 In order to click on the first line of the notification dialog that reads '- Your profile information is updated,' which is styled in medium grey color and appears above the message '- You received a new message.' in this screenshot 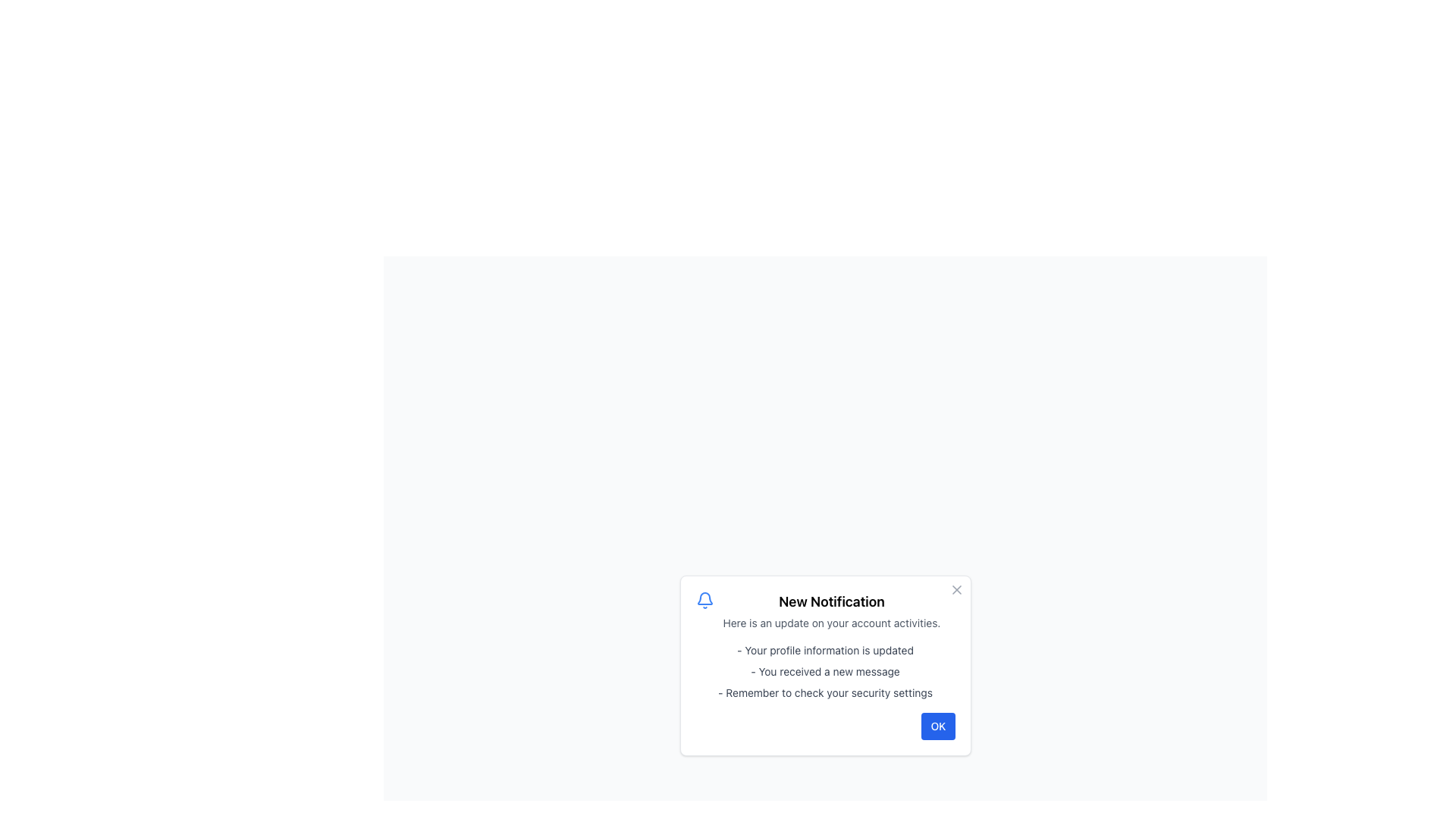, I will do `click(824, 649)`.